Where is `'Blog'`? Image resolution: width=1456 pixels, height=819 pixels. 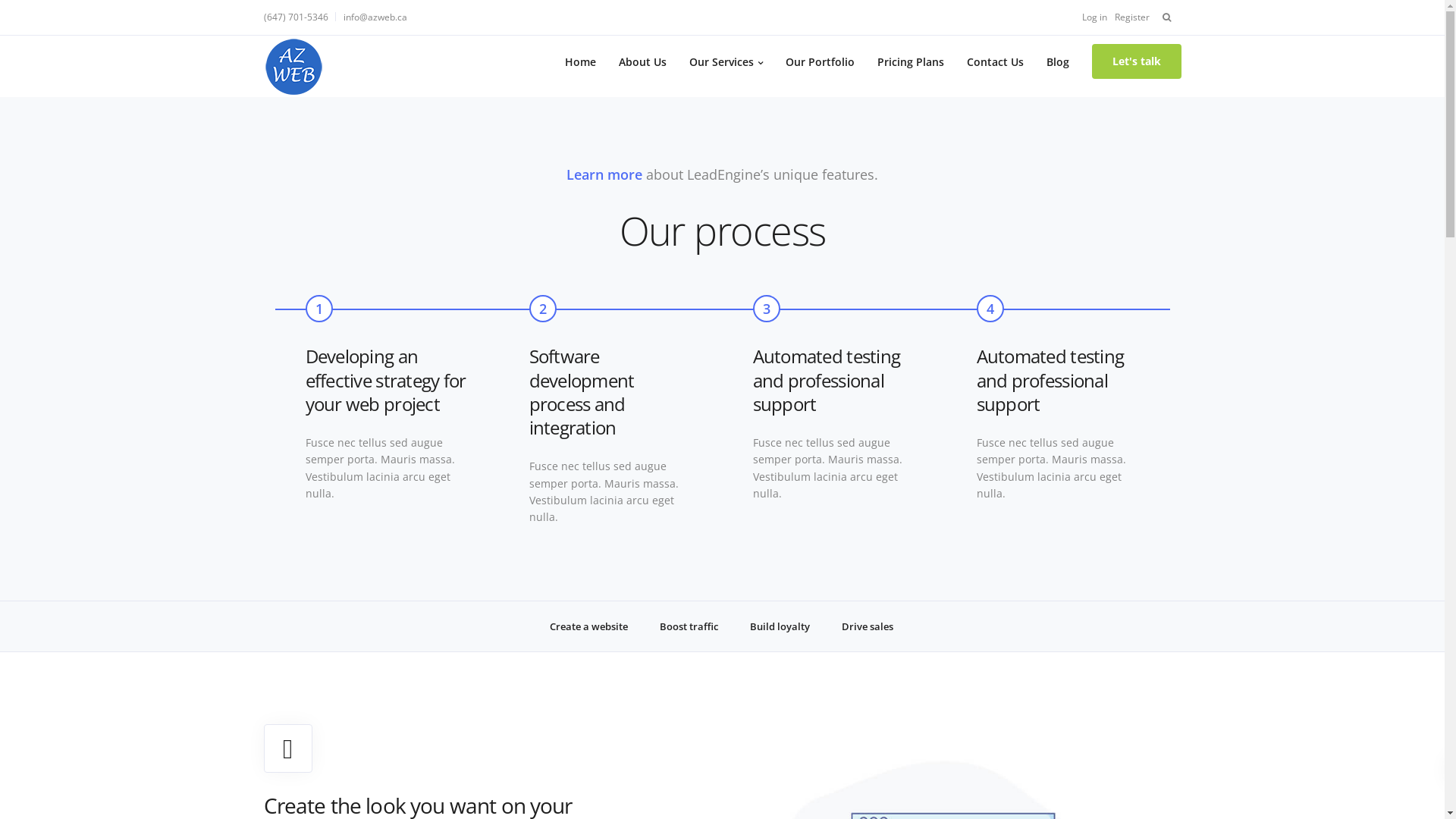 'Blog' is located at coordinates (1056, 61).